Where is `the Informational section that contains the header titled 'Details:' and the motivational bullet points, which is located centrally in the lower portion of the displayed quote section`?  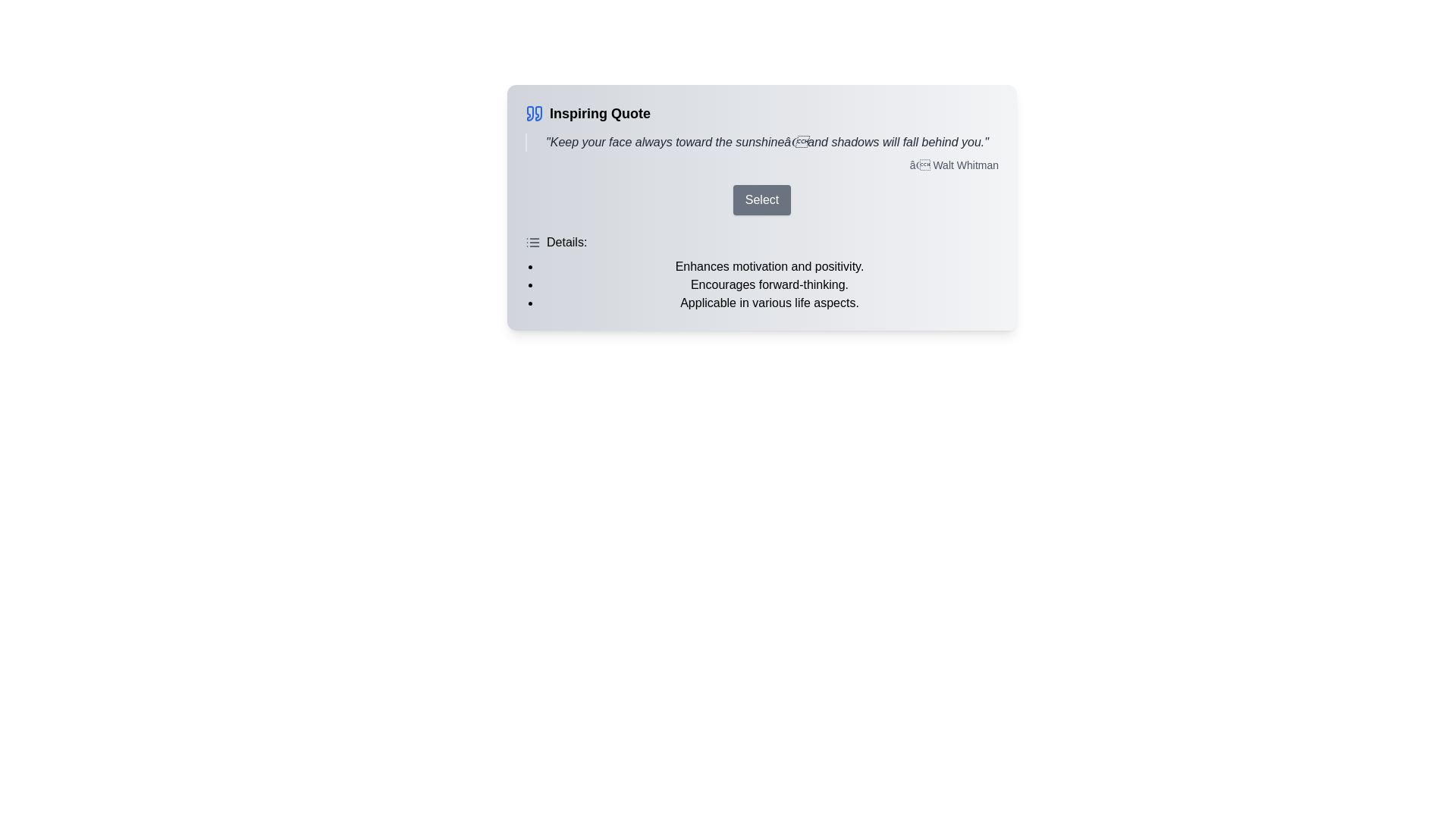
the Informational section that contains the header titled 'Details:' and the motivational bullet points, which is located centrally in the lower portion of the displayed quote section is located at coordinates (761, 271).